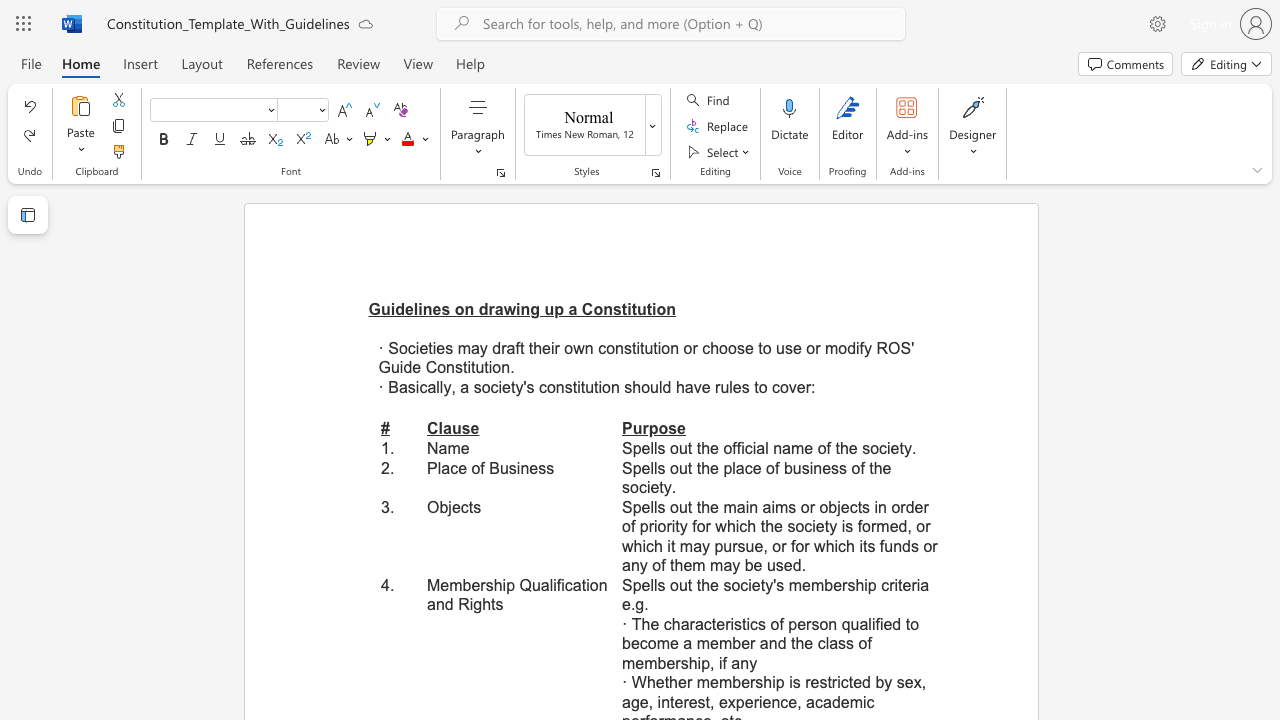  I want to click on the 2th character "s" in the text, so click(866, 447).